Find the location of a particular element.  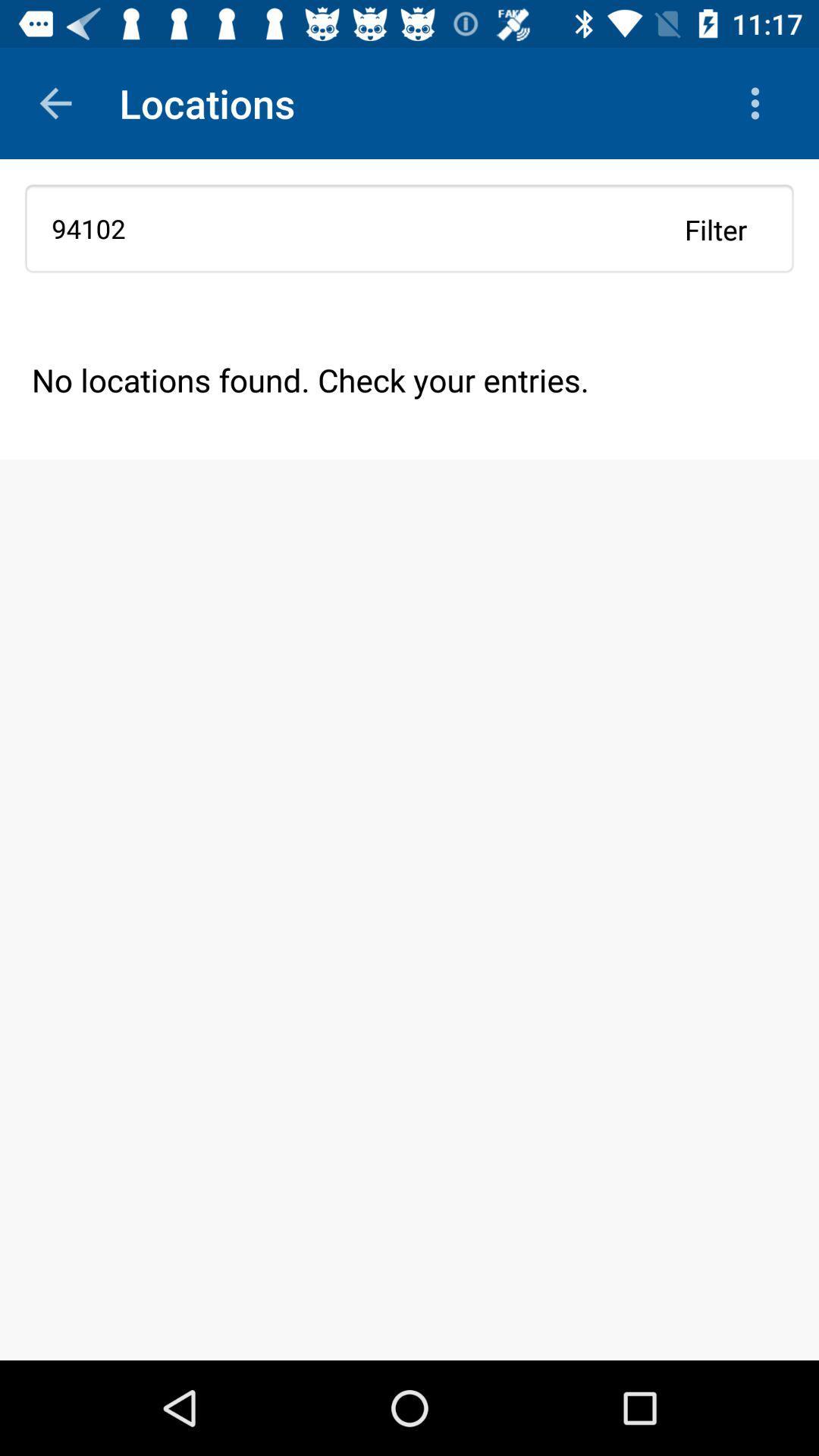

the no locations found app is located at coordinates (409, 379).